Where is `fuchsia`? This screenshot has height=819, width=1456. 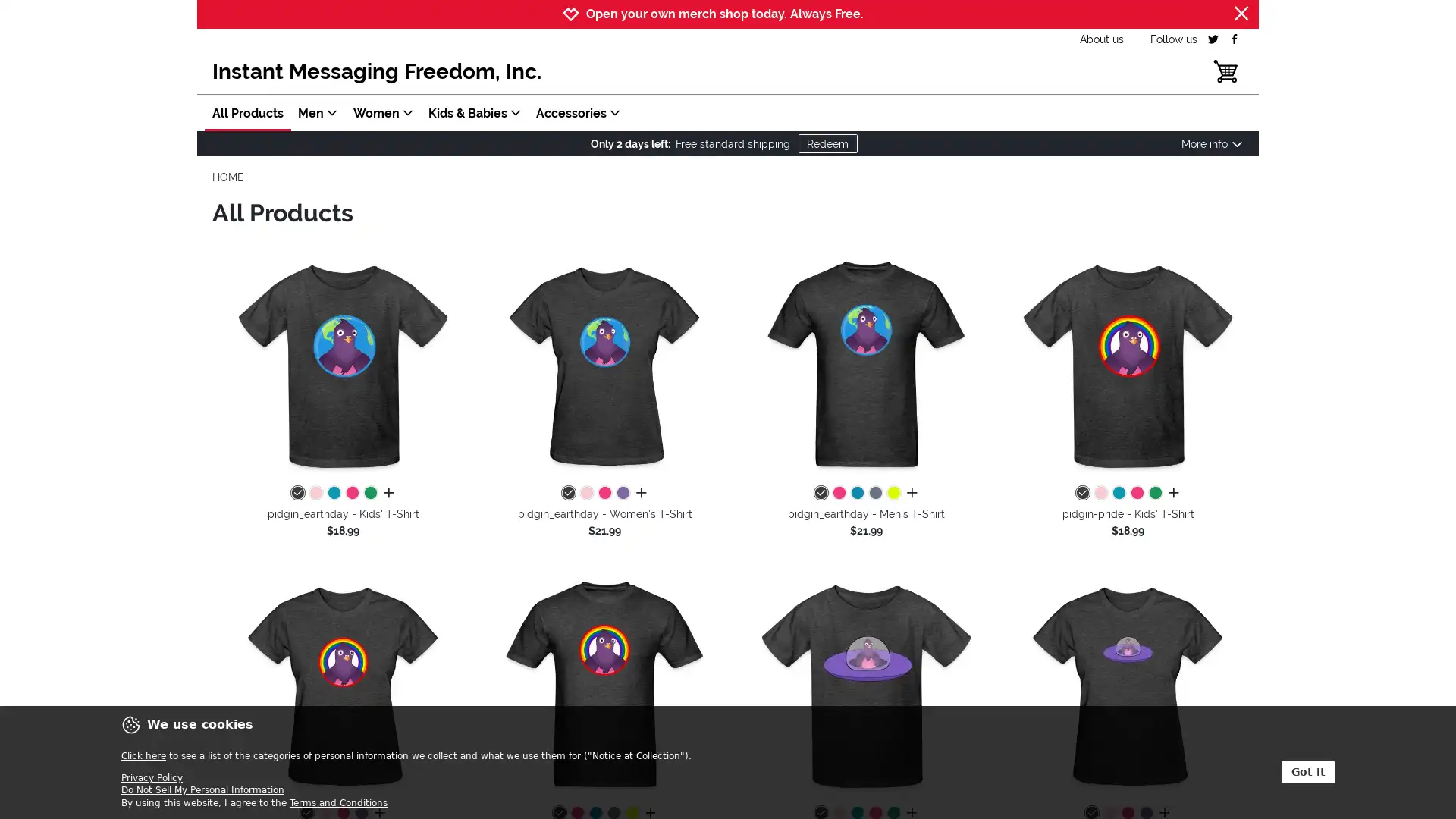 fuchsia is located at coordinates (351, 494).